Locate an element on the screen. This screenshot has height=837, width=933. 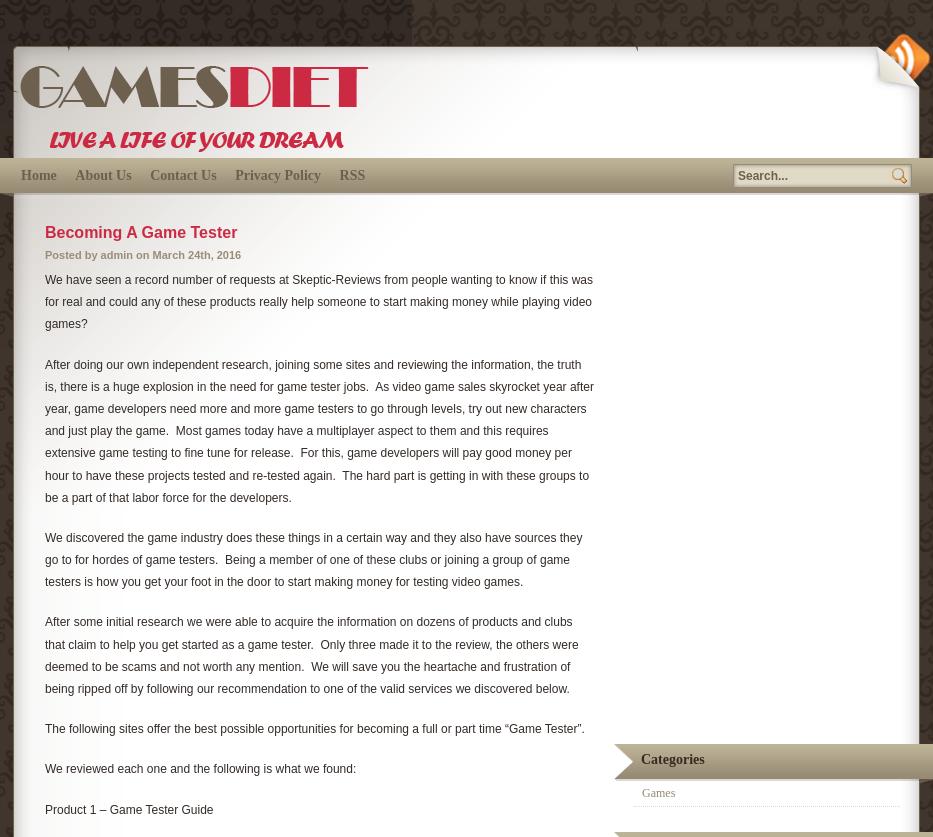
'We have seen a record number of requests at Skeptic-Reviews from people wanting to know if this was for real and could any of these products really help someone to start making money while playing video games?' is located at coordinates (43, 301).